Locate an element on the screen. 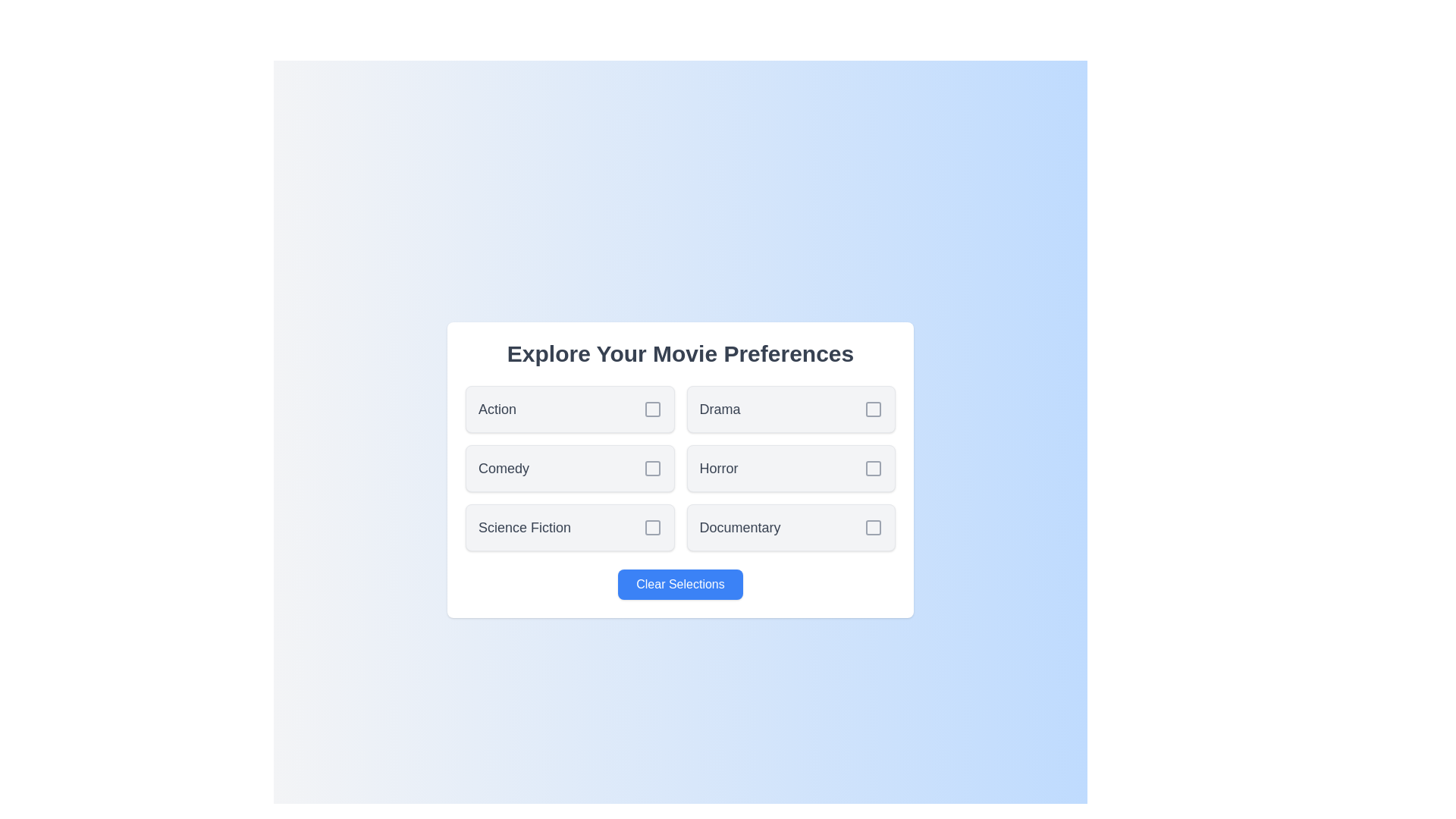 This screenshot has height=819, width=1456. 'Clear Selections' button to clear all selected movie genres is located at coordinates (679, 584).